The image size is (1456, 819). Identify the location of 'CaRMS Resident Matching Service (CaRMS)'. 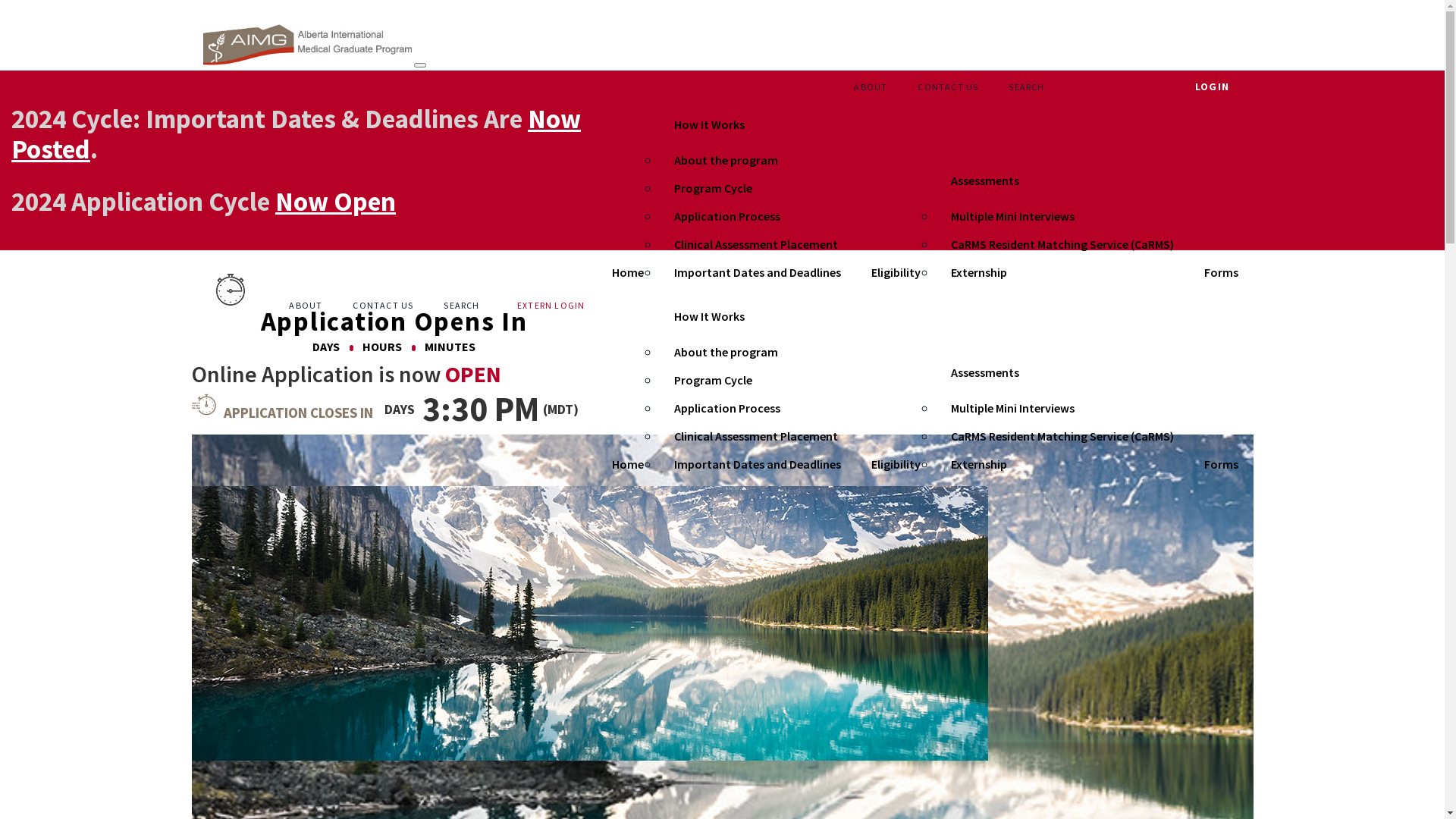
(1062, 243).